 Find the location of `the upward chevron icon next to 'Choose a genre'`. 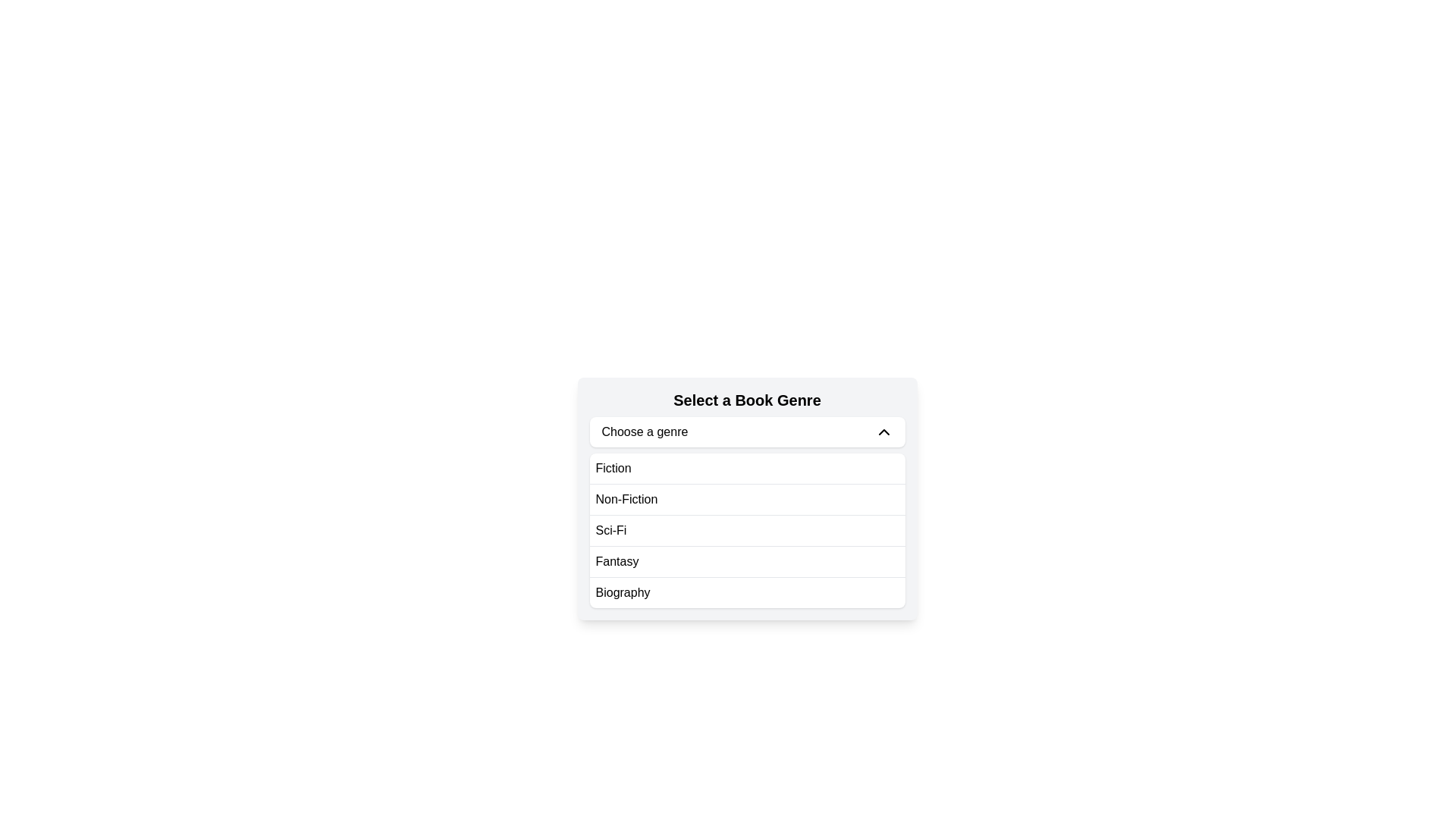

the upward chevron icon next to 'Choose a genre' is located at coordinates (883, 432).